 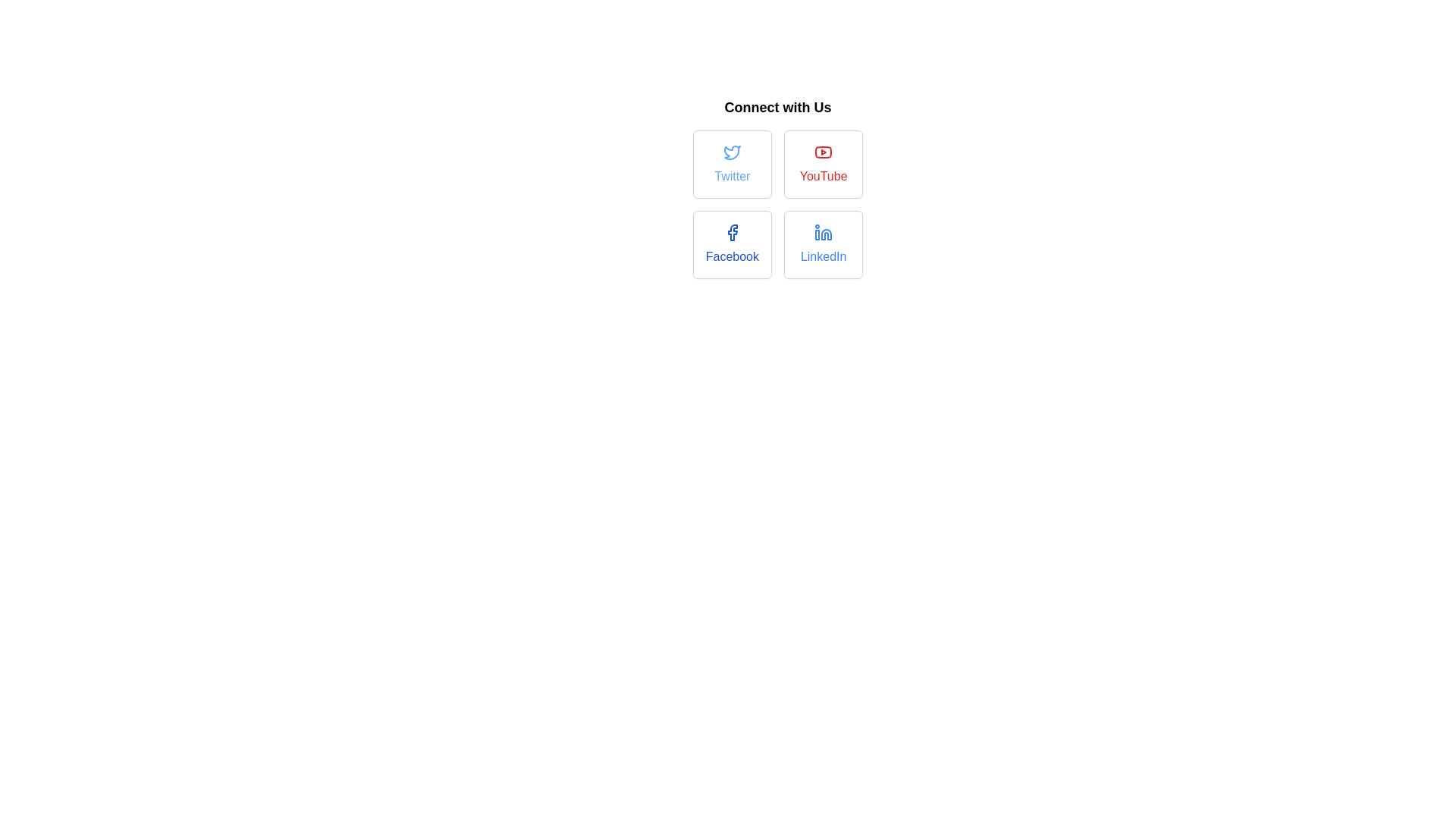 I want to click on the YouTube button, which is a rectangular button with rounded corners, a red YouTube icon, and a label that reads 'YouTube' in red text, so click(x=823, y=164).